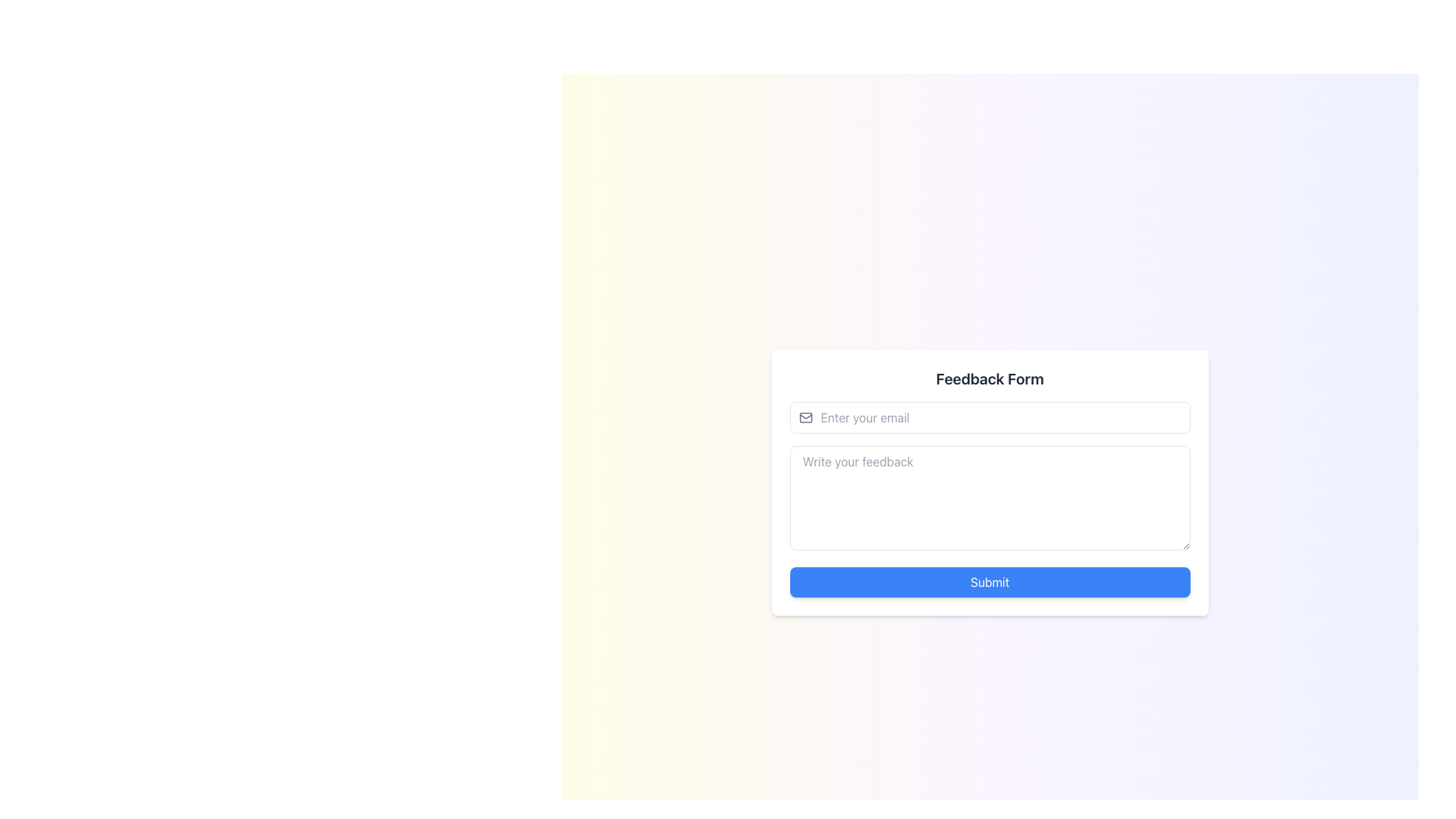  I want to click on the email input field with a placeholder 'Enter your email' to focus it, so click(990, 418).